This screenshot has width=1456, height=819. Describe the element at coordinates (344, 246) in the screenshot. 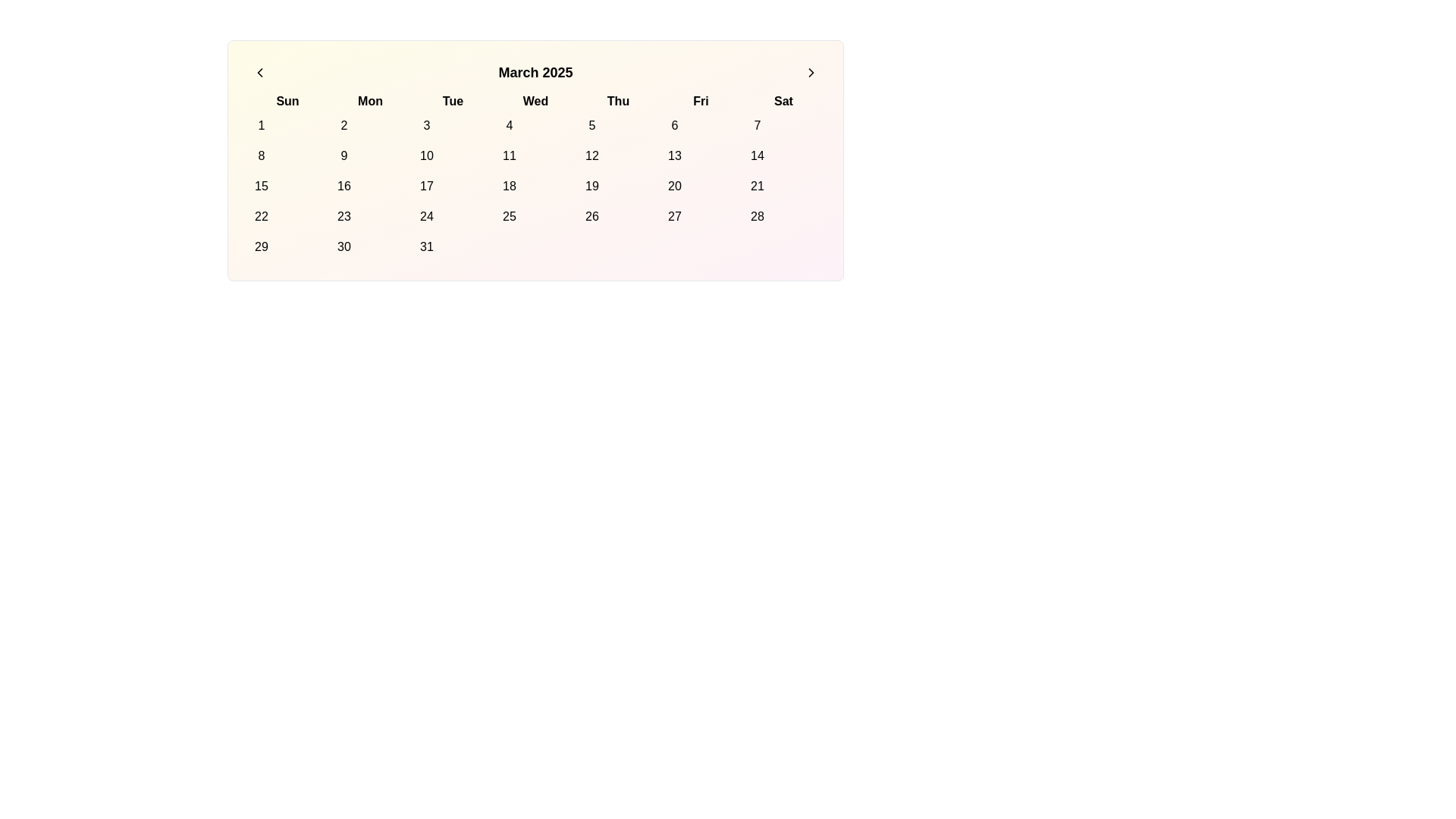

I see `the circular button labeled '30' with a light pink hover effect` at that location.